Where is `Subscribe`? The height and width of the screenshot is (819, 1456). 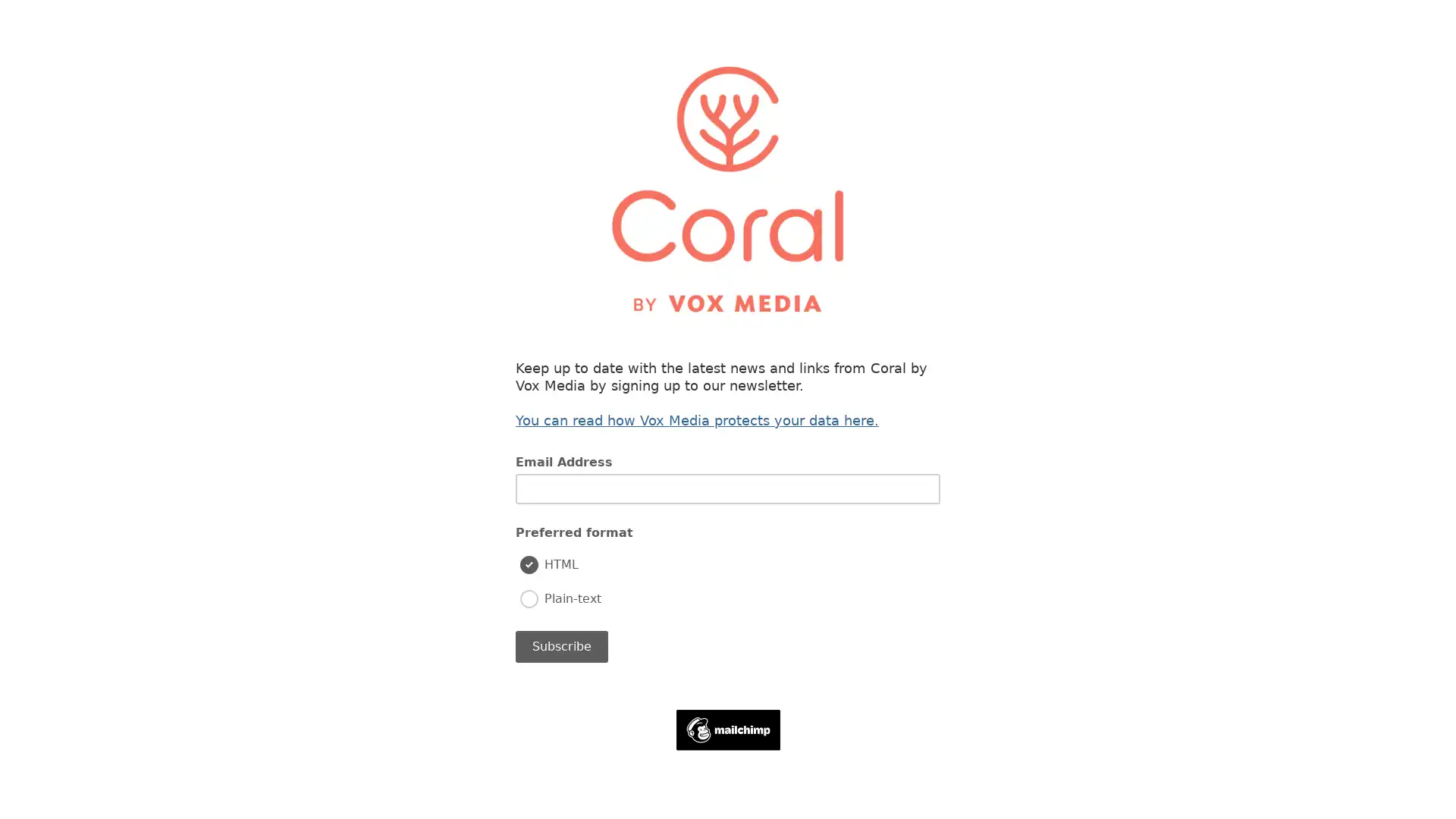
Subscribe is located at coordinates (560, 646).